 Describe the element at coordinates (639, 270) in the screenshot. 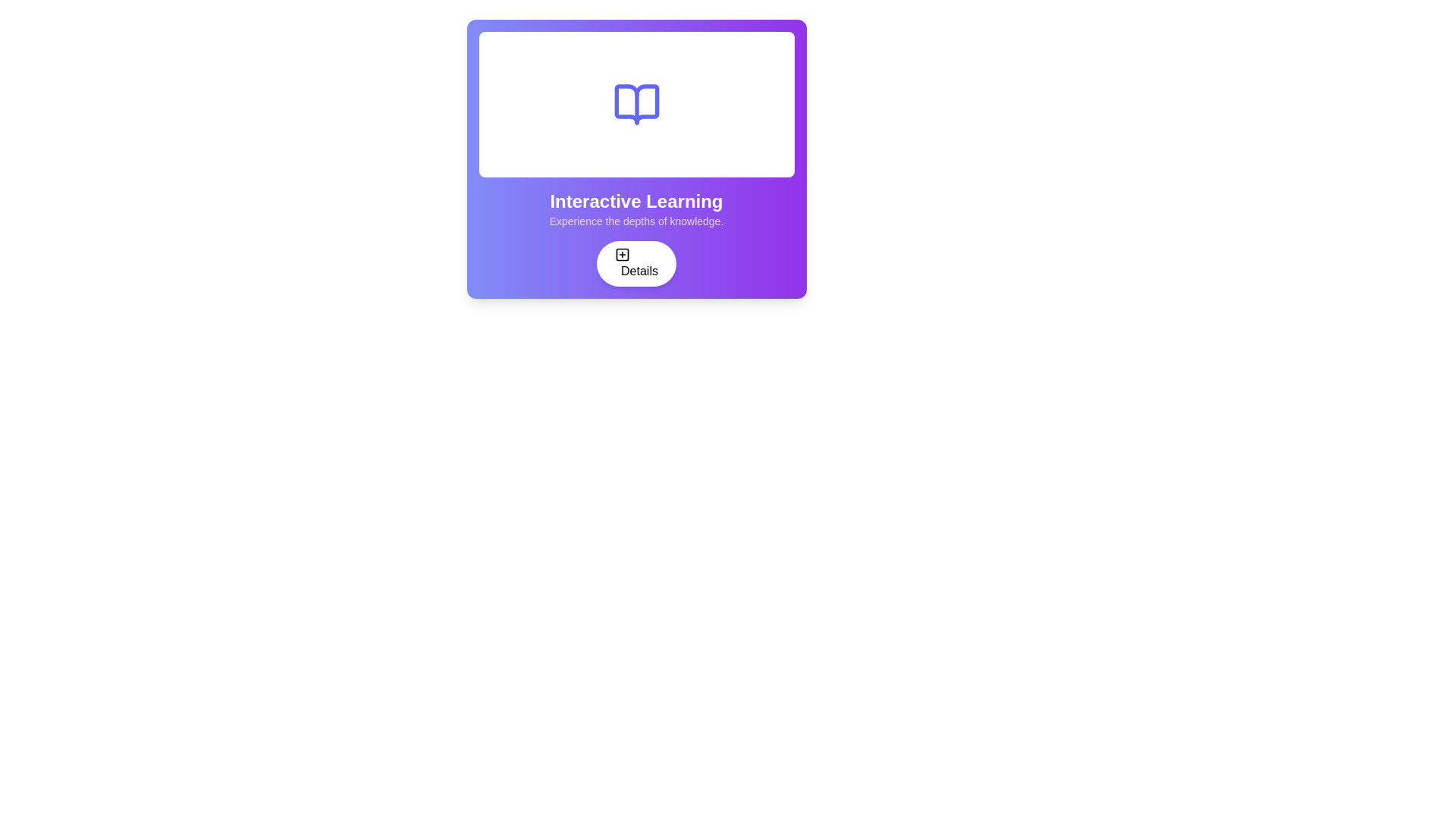

I see `the text label displaying 'Details' which is part of a rounded button structure and positioned to the right of an icon resembling a square with a plus sign` at that location.